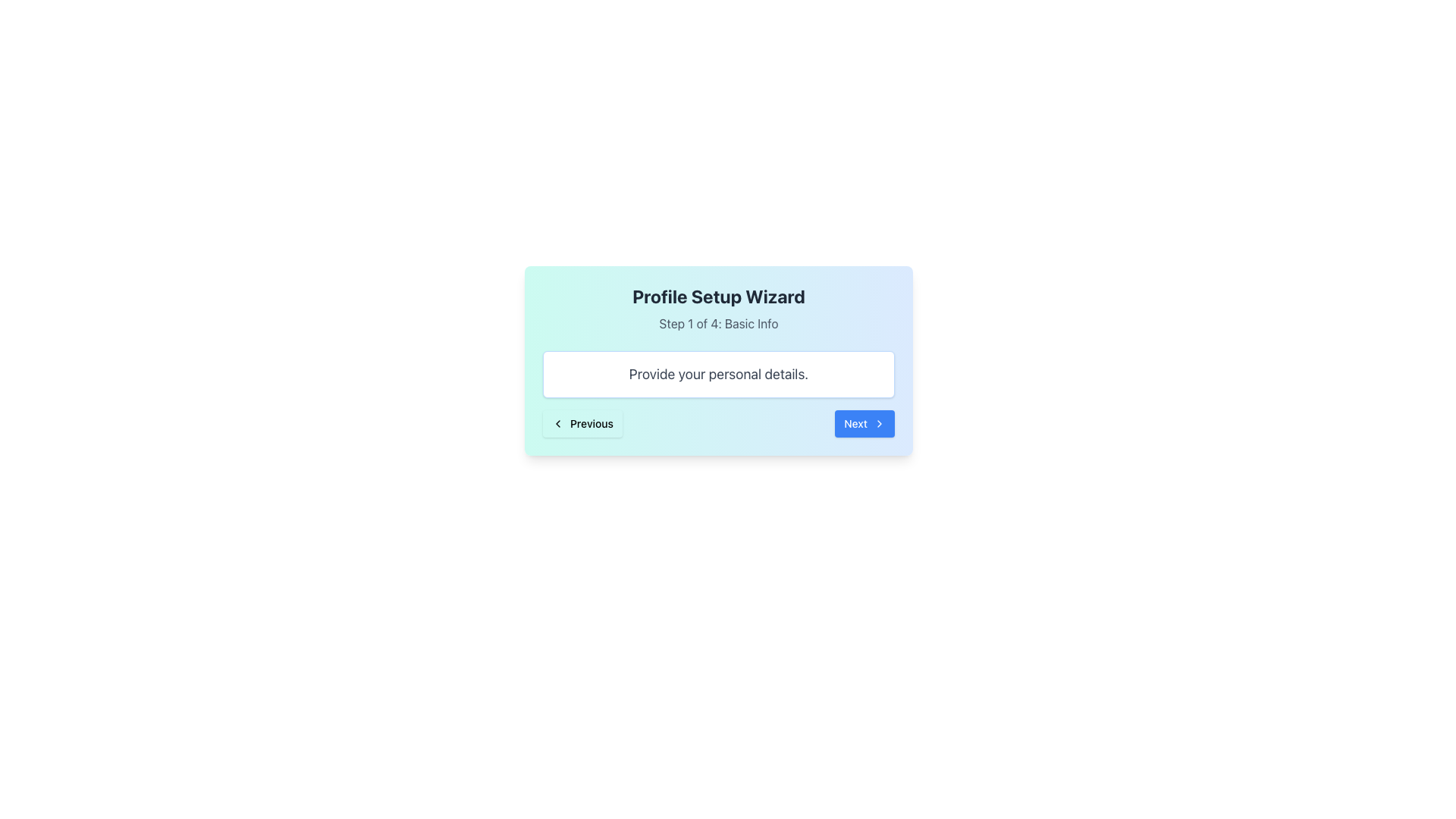 This screenshot has width=1456, height=819. What do you see at coordinates (718, 323) in the screenshot?
I see `text element indicating the current step of the multi-step process, specifically 'Step 1 of 4', which is located below the heading 'Profile Setup Wizard'` at bounding box center [718, 323].